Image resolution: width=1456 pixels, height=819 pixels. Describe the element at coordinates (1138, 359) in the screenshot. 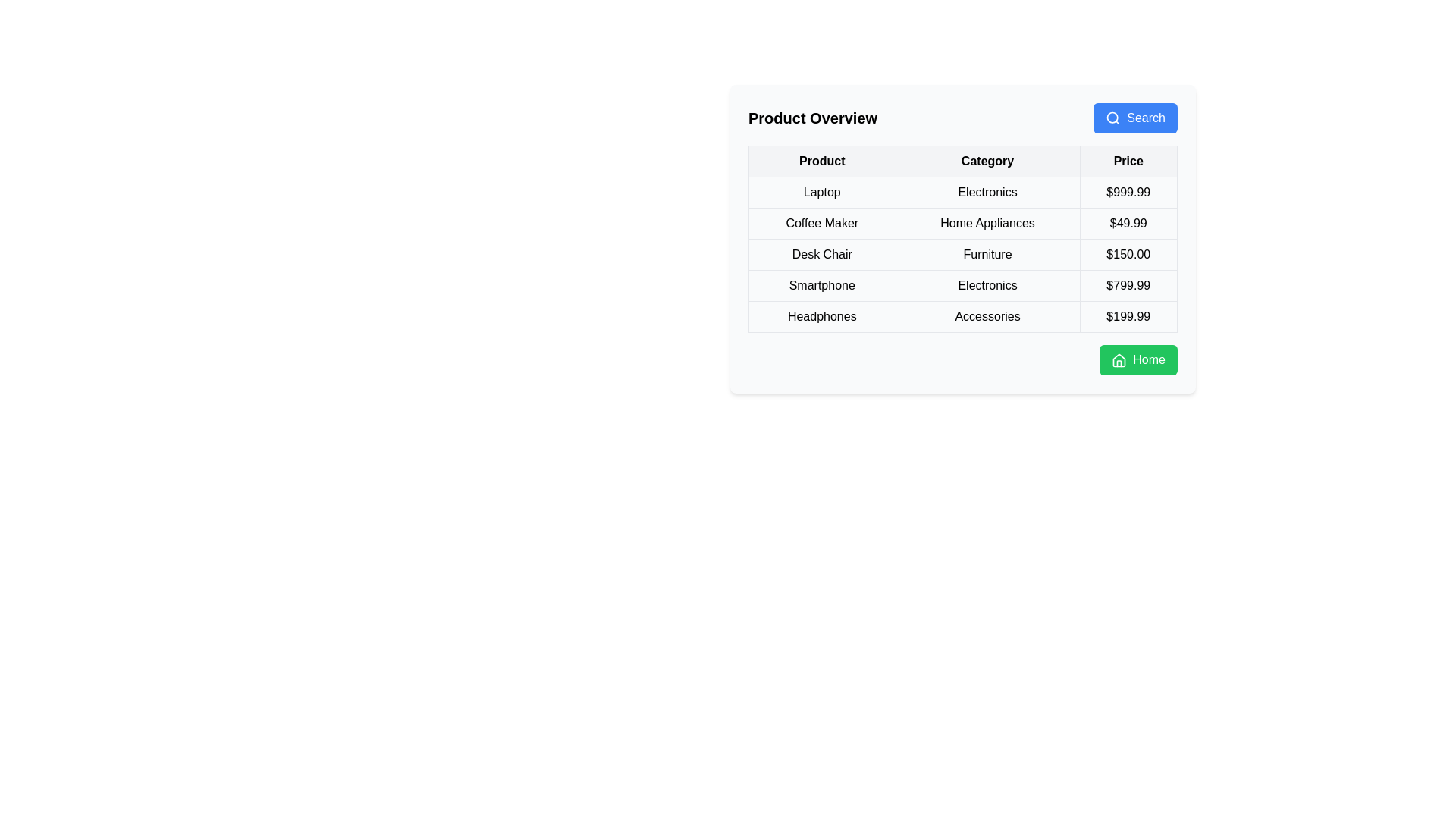

I see `the 'Home' button with a green background and a house icon` at that location.